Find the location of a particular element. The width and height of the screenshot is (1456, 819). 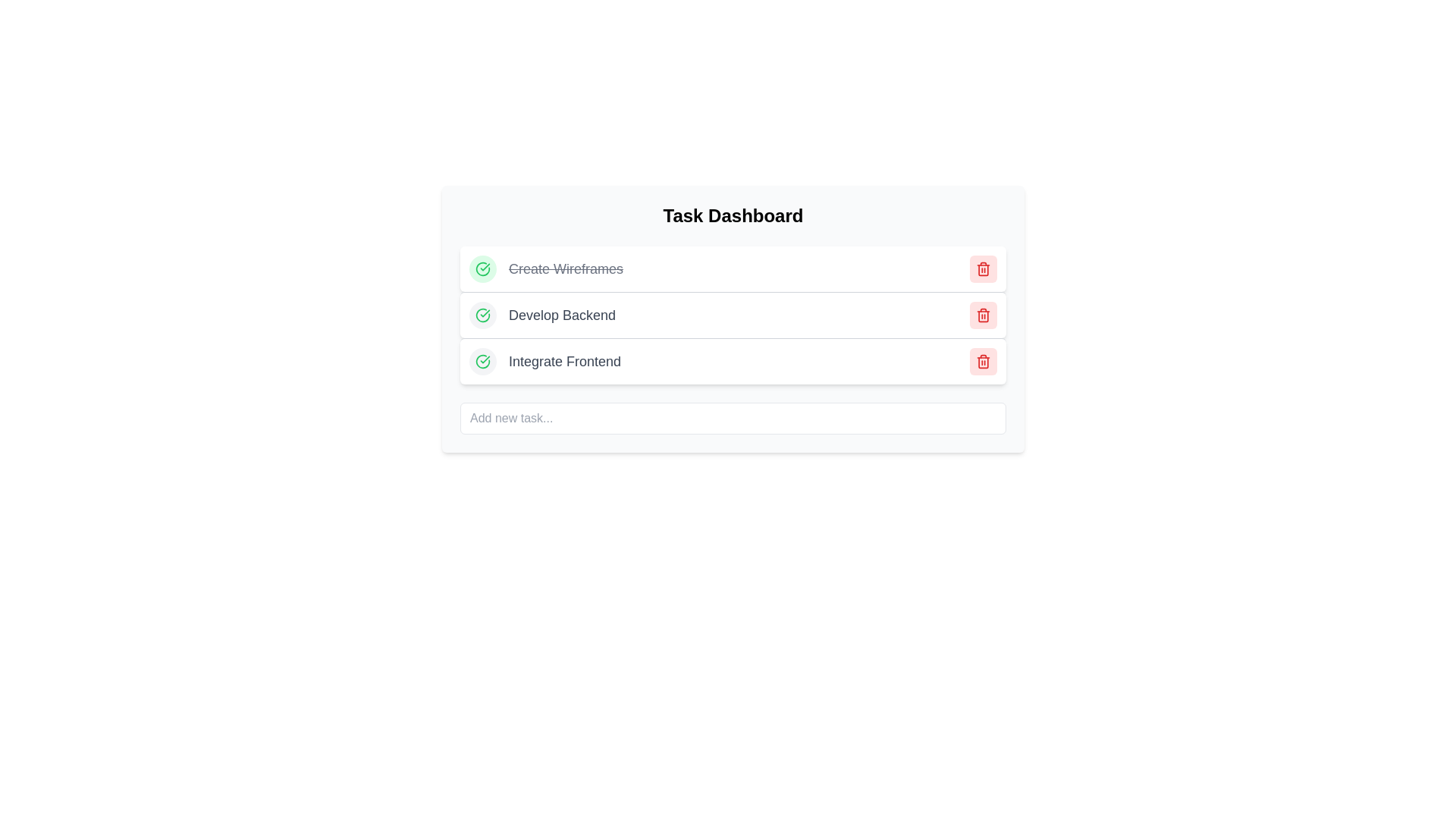

the second trash bin icon located to the right of the 'Develop Backend' task item is located at coordinates (983, 315).